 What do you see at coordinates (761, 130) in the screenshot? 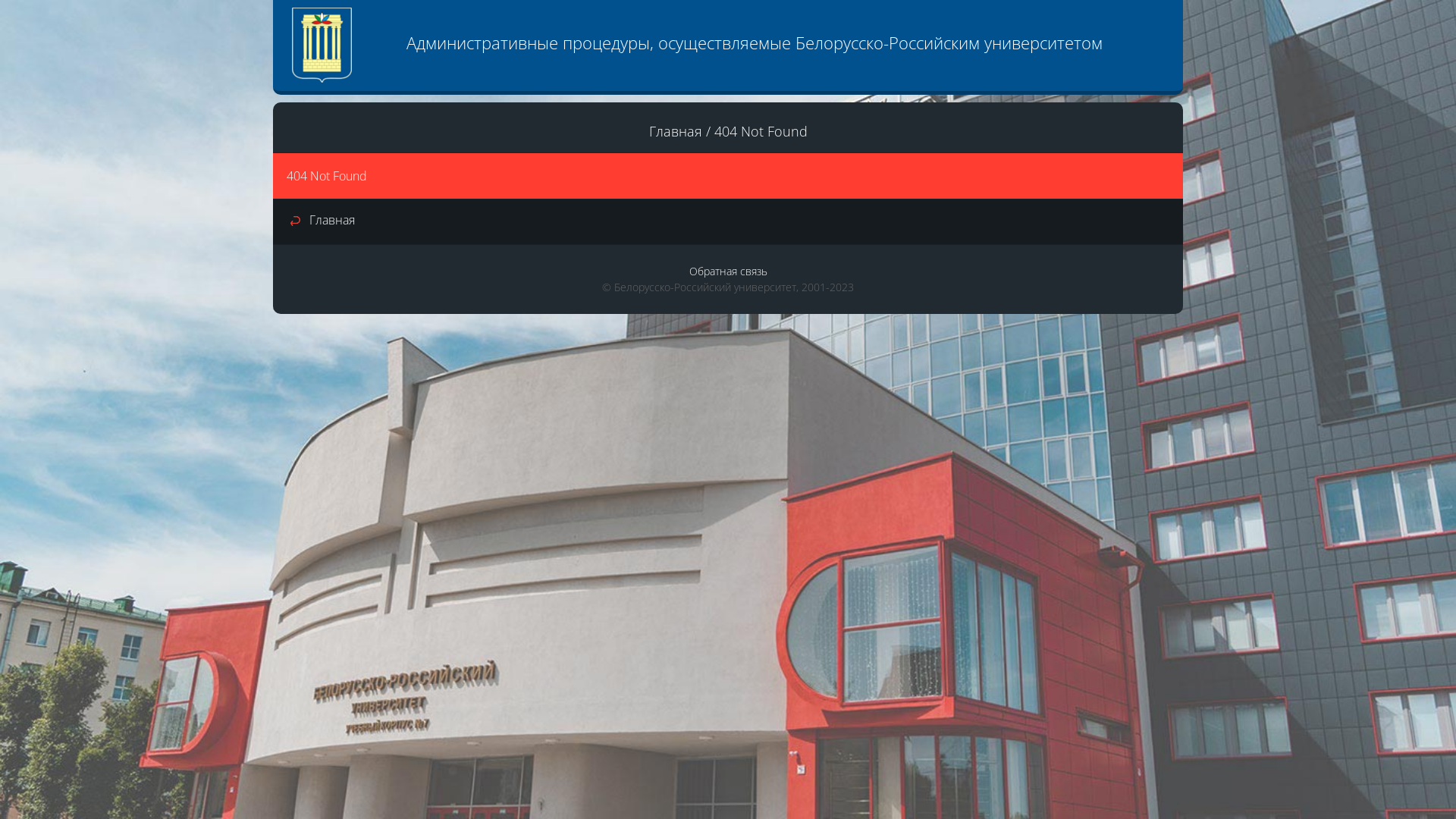
I see `'404 Not Found'` at bounding box center [761, 130].